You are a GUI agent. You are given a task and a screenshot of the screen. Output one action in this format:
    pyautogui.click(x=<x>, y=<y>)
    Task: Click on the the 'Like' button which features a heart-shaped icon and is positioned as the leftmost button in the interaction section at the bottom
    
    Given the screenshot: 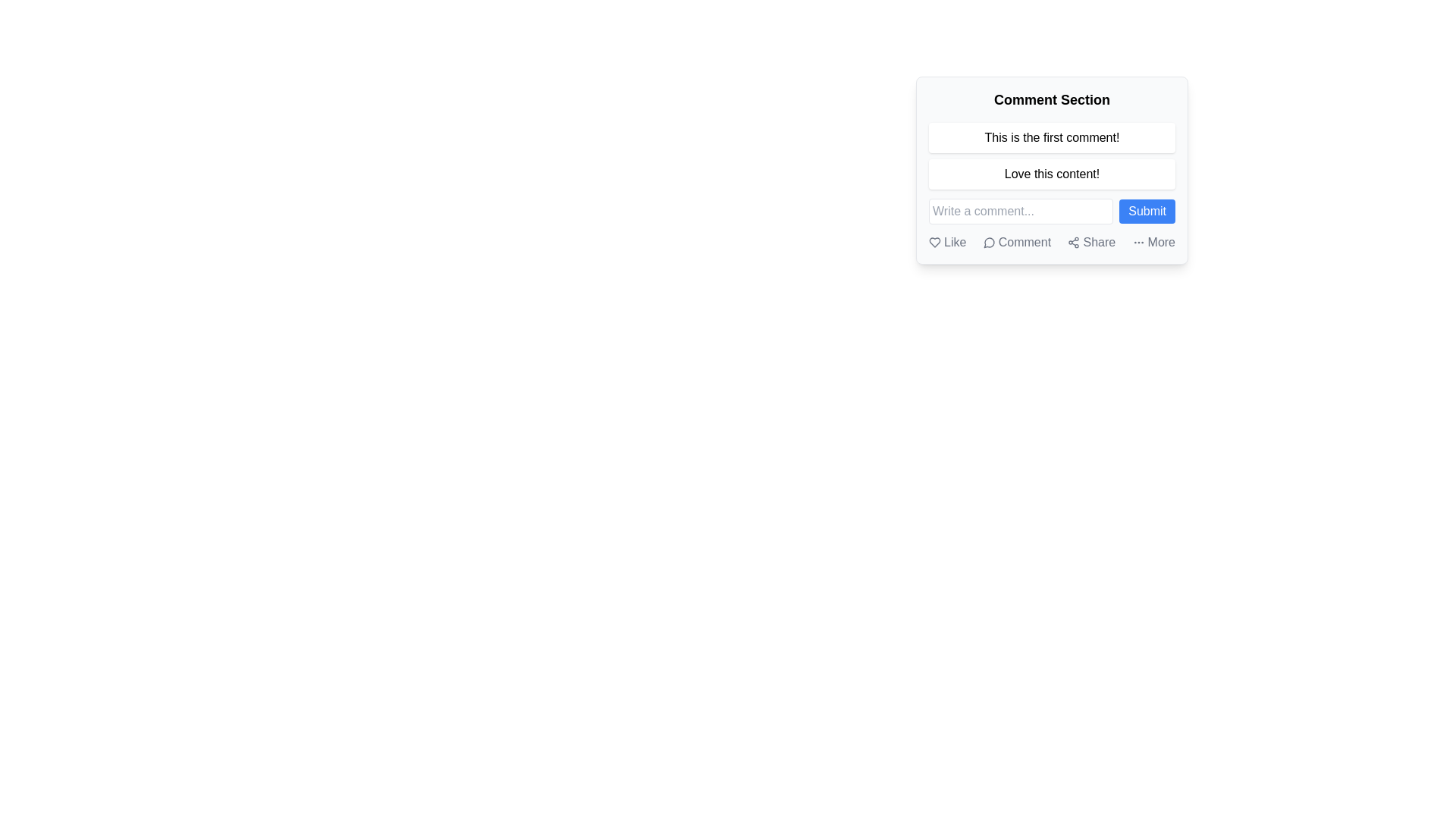 What is the action you would take?
    pyautogui.click(x=946, y=242)
    